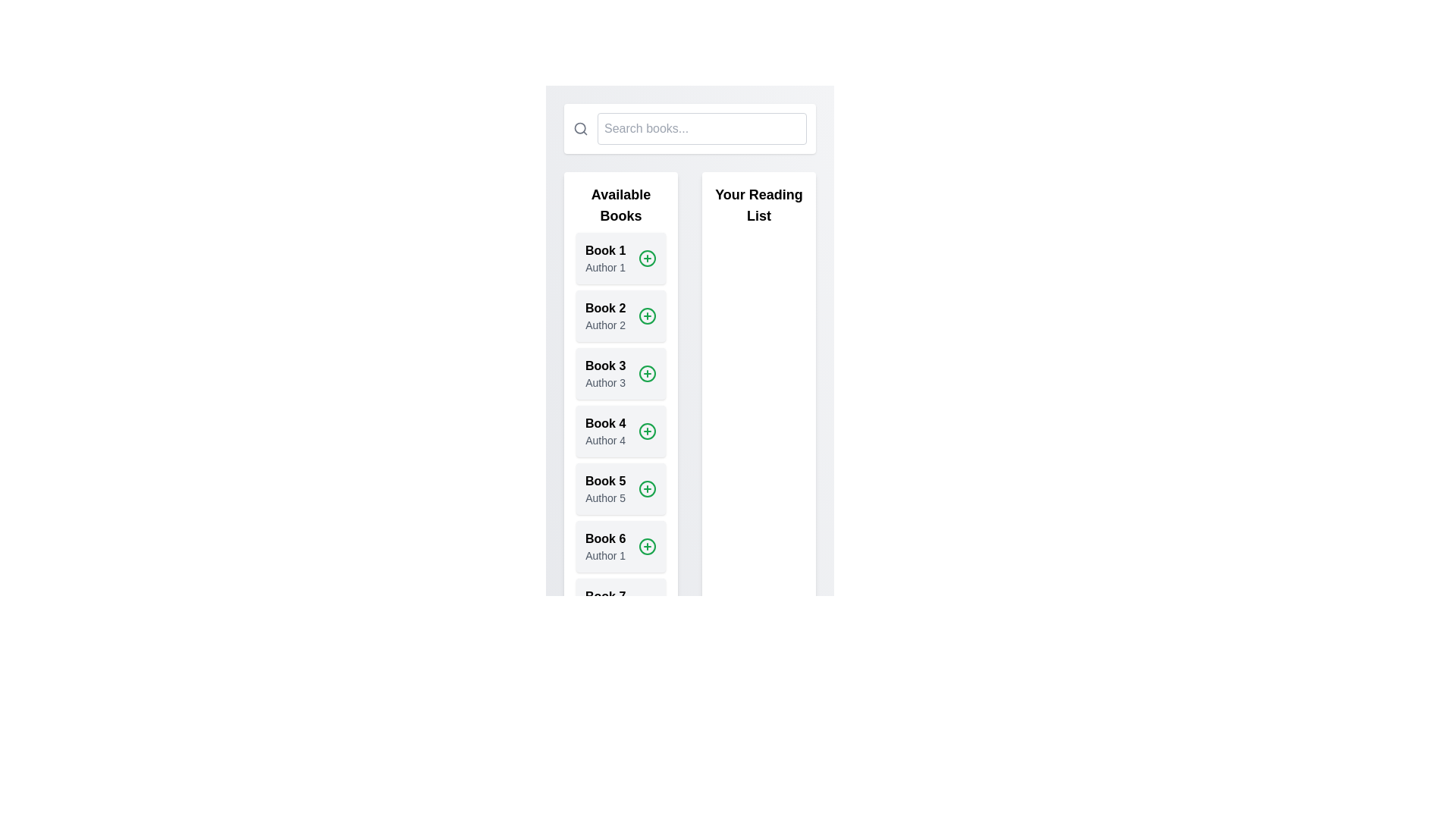 This screenshot has width=1456, height=819. I want to click on the green plus icon on the first list item representing 'Book 1', so click(621, 257).